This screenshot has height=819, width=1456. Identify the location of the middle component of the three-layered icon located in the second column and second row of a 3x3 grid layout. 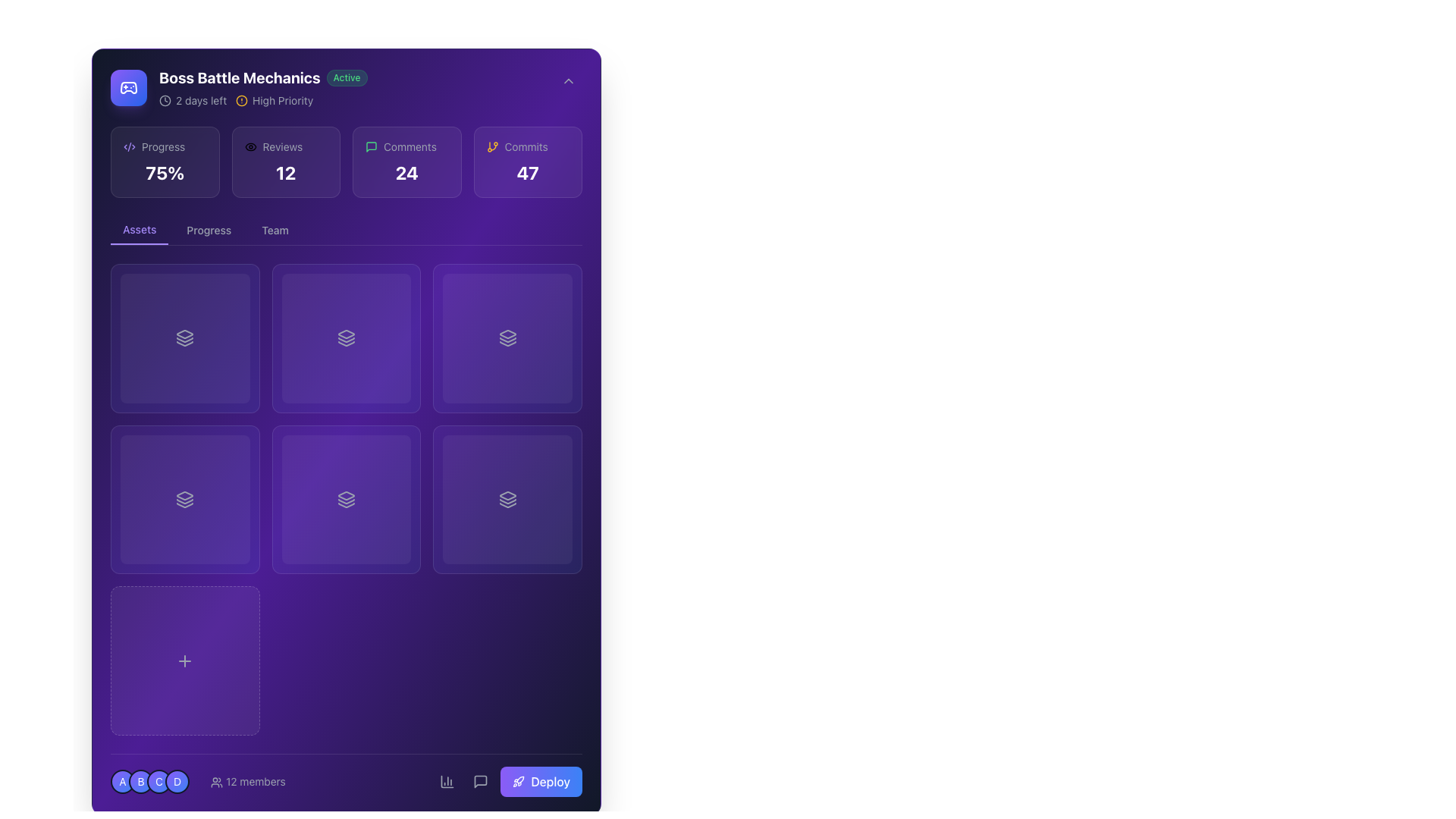
(345, 501).